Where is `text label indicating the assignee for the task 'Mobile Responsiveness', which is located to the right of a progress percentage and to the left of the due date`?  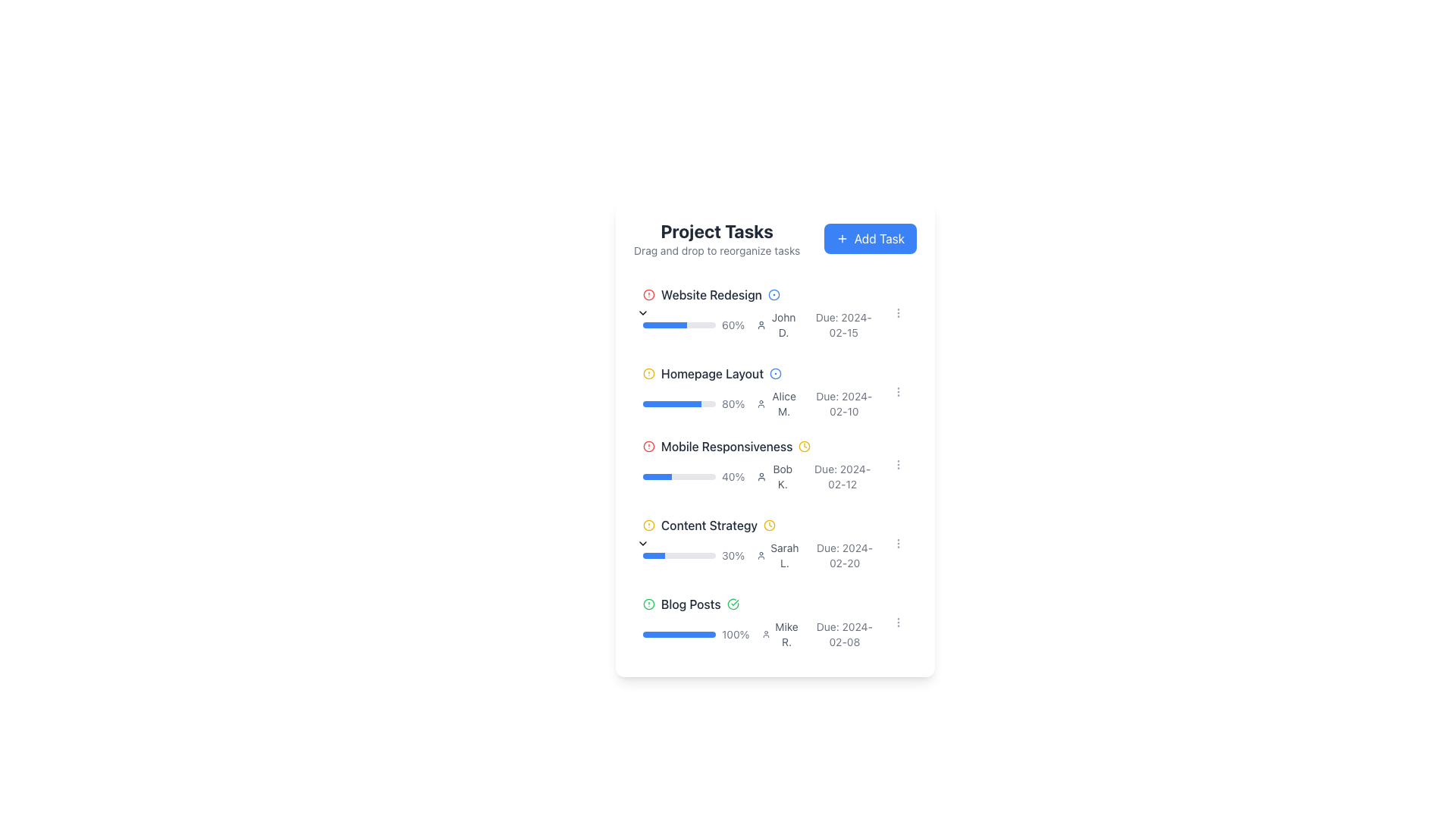
text label indicating the assignee for the task 'Mobile Responsiveness', which is located to the right of a progress percentage and to the left of the due date is located at coordinates (776, 475).